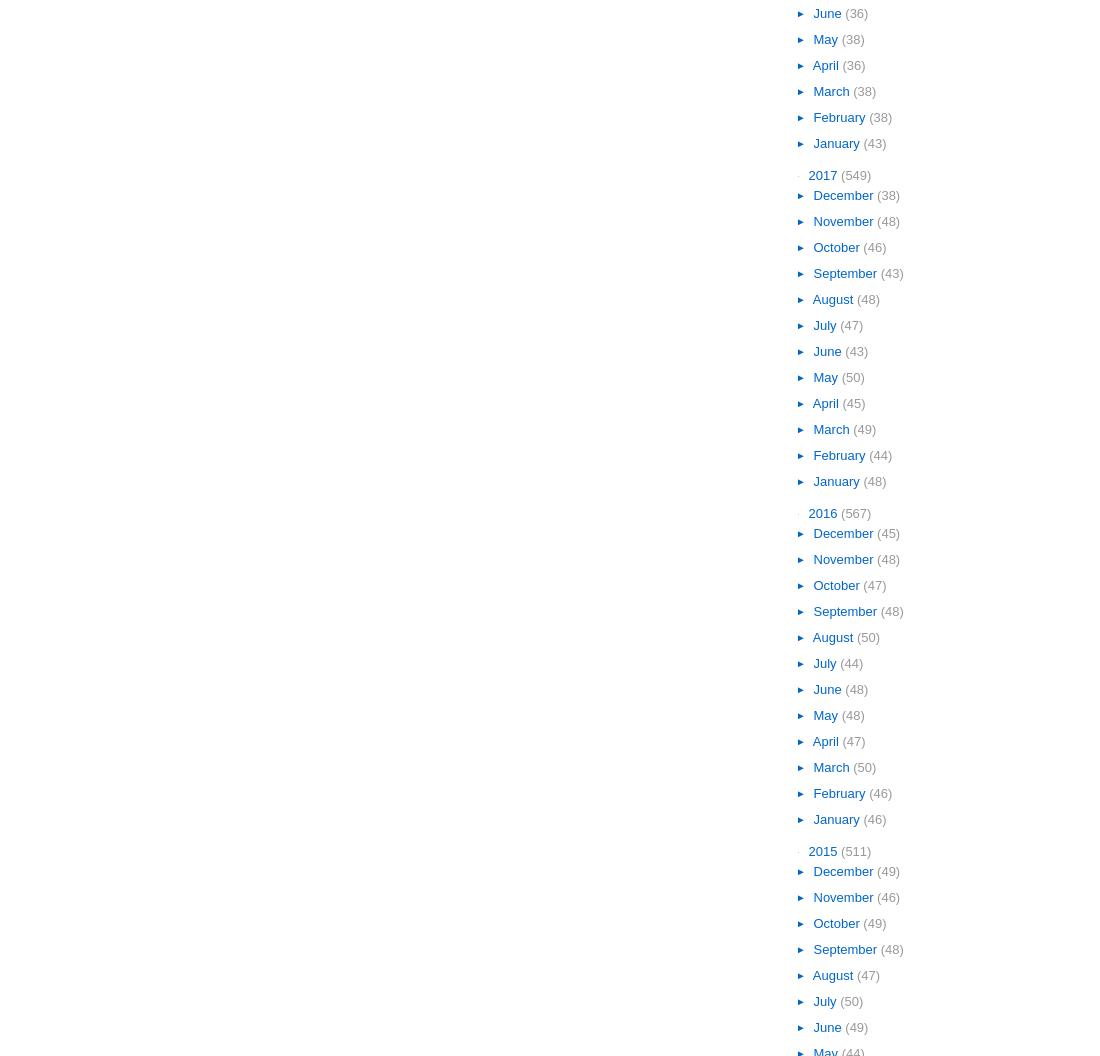 The width and height of the screenshot is (1100, 1056). I want to click on '2017', so click(824, 175).